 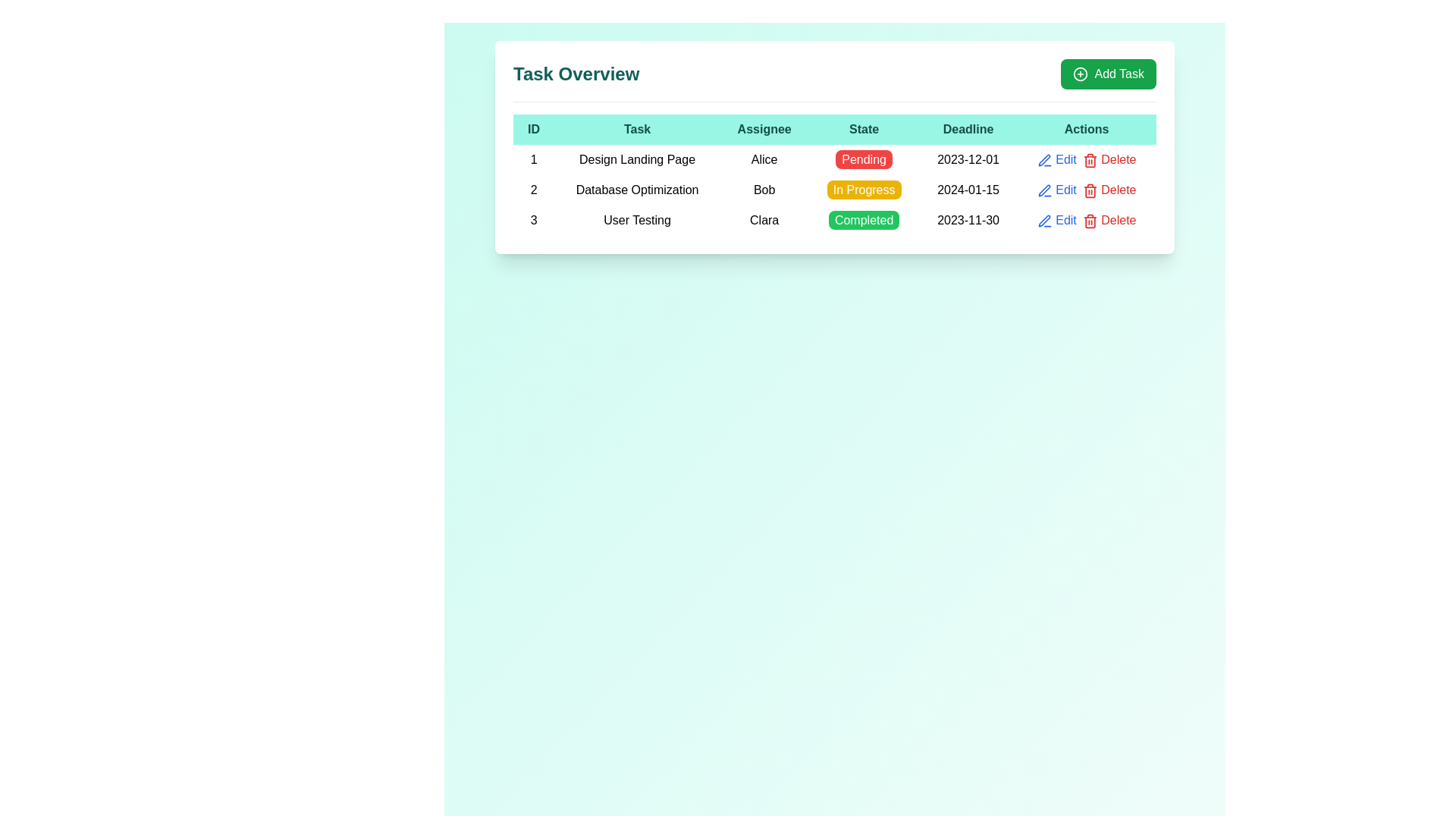 I want to click on the text label displaying 'Assignee' which is the third column header in the Task Overview table, positioned between 'Task' and 'State', so click(x=764, y=128).